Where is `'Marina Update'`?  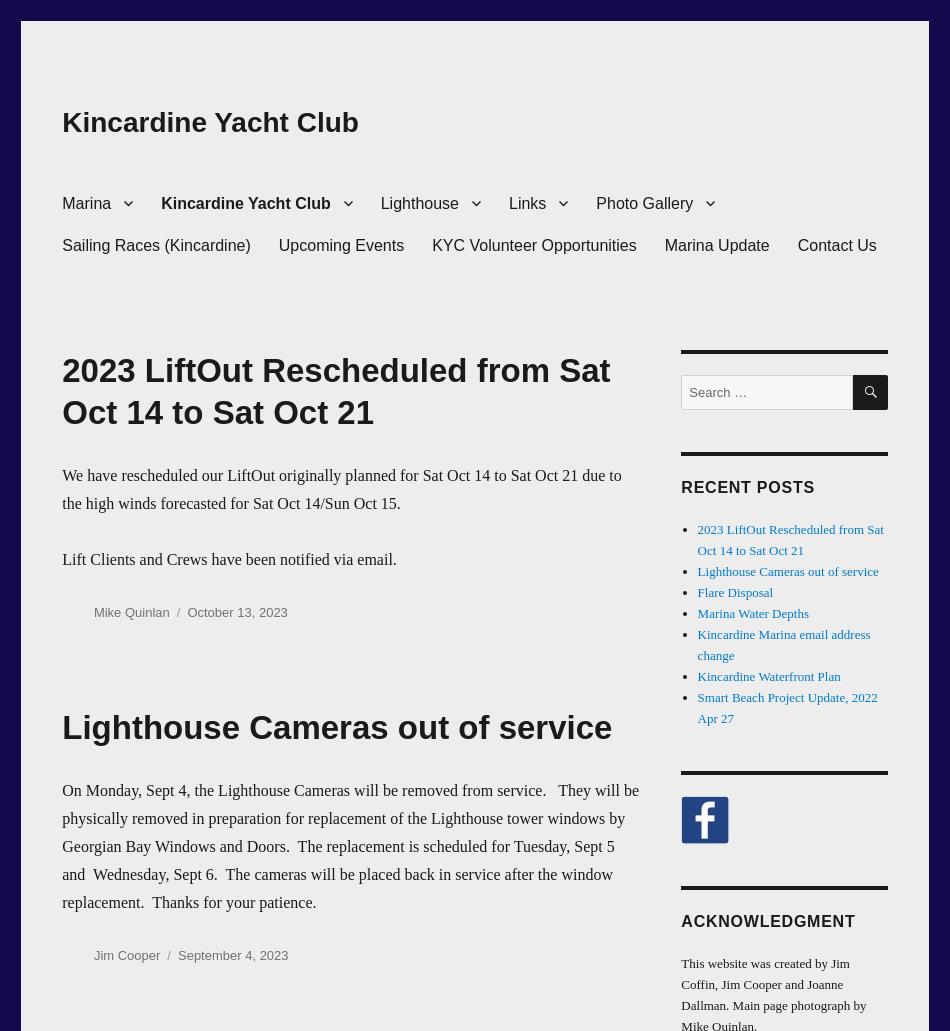
'Marina Update' is located at coordinates (663, 244).